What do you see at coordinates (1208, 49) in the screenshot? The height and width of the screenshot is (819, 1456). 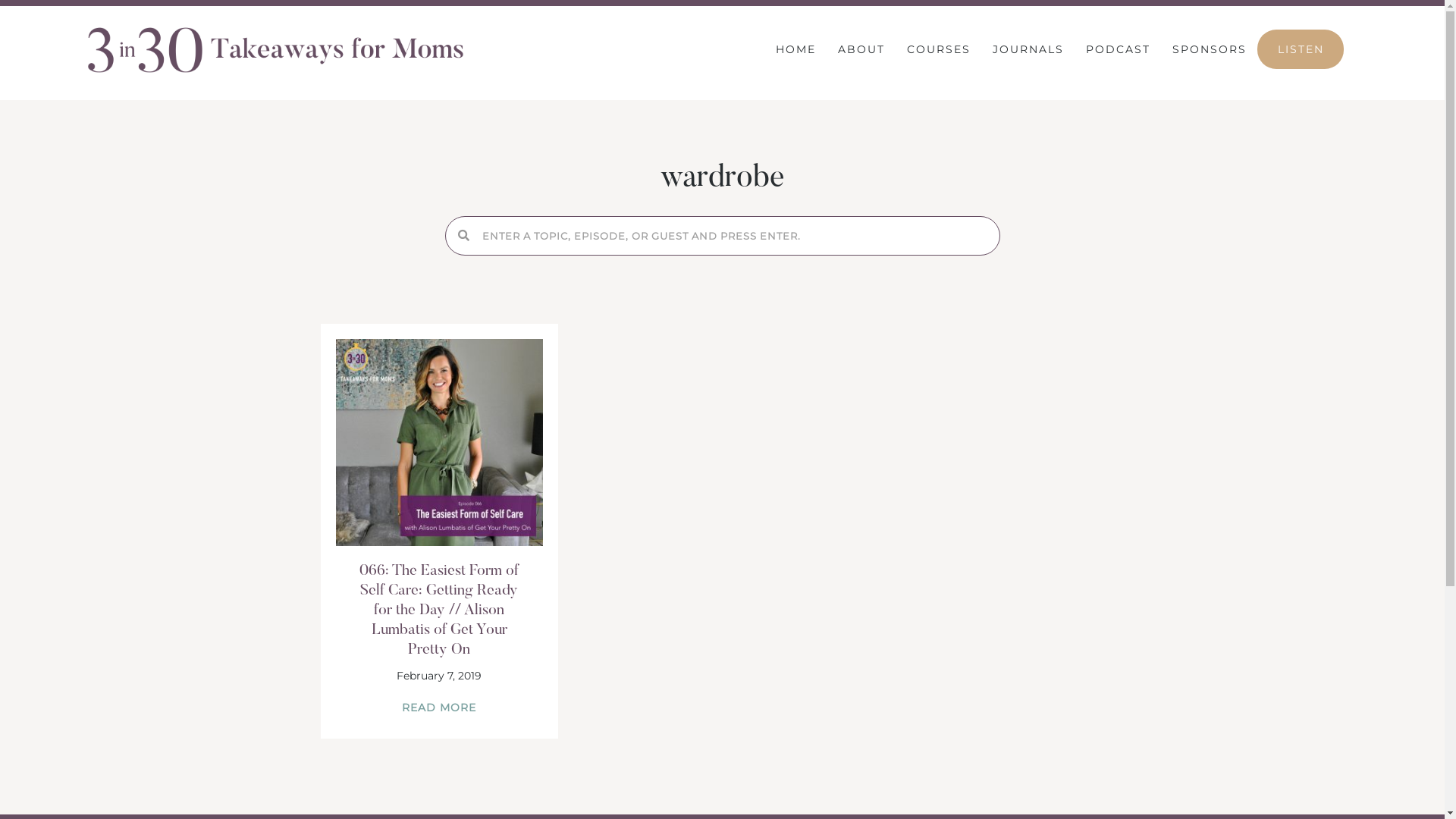 I see `'SPONSORS'` at bounding box center [1208, 49].